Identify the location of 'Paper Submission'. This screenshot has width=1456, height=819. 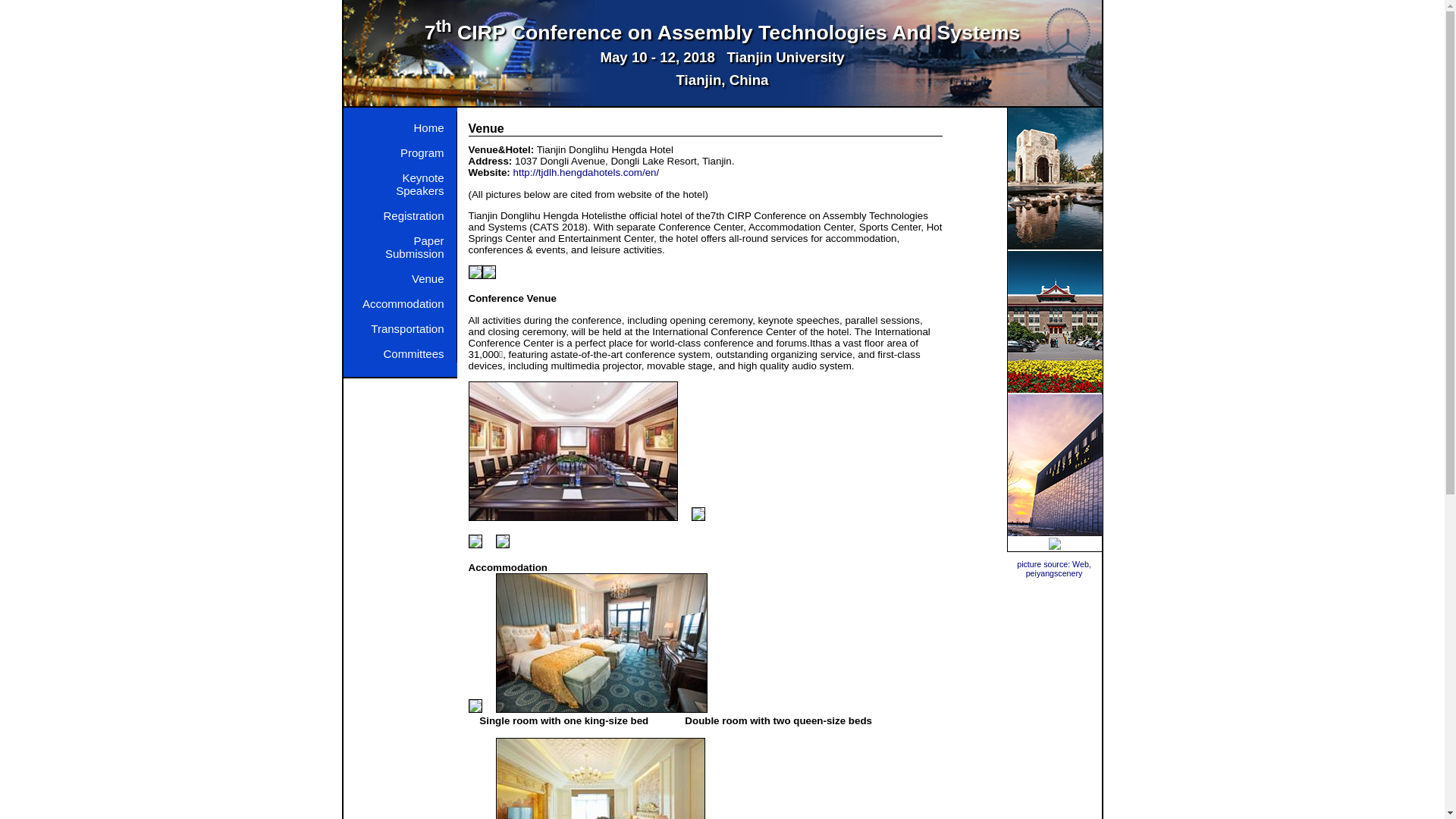
(399, 242).